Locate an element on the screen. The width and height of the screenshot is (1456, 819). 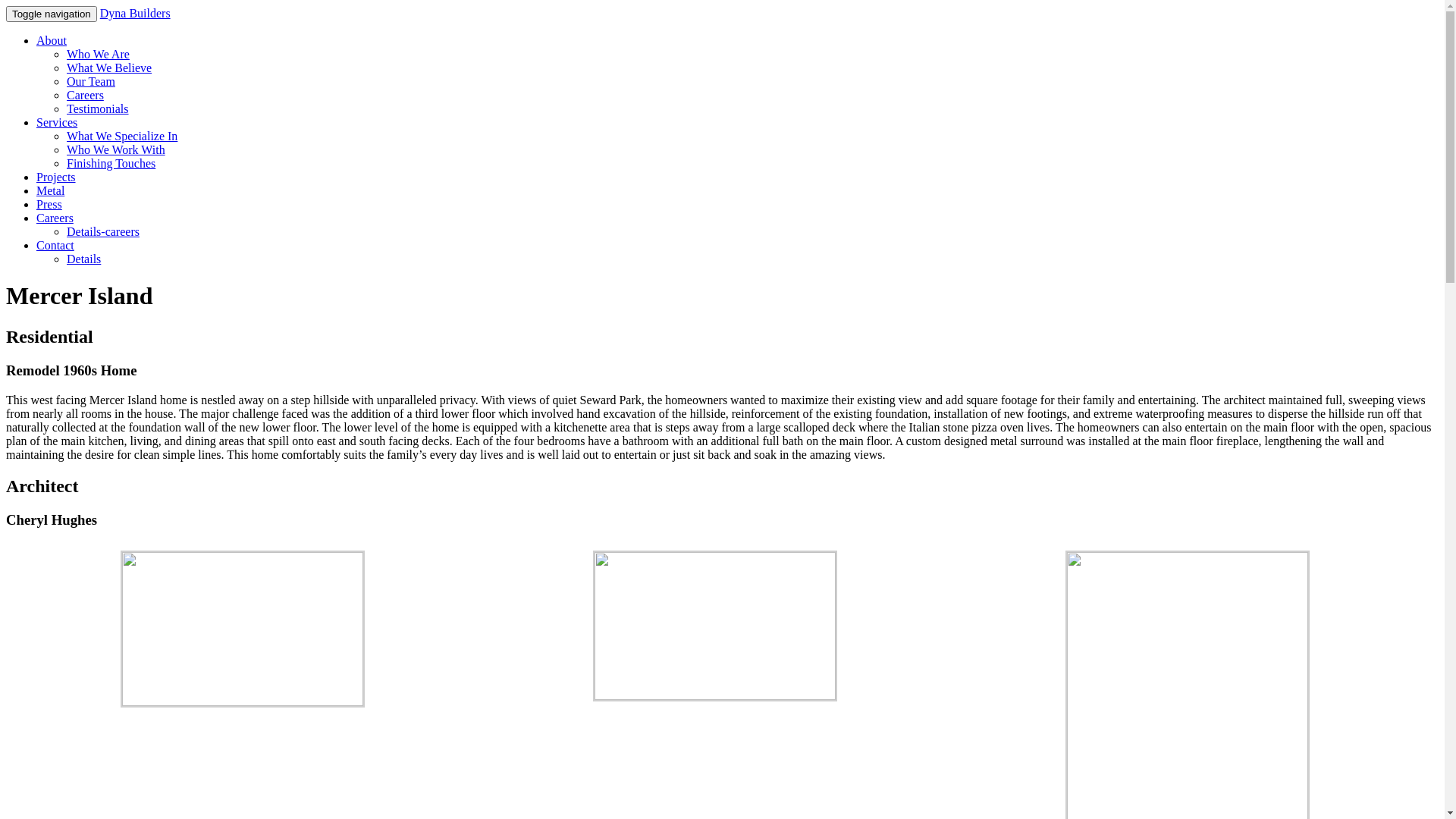
'Finishing Touches' is located at coordinates (110, 163).